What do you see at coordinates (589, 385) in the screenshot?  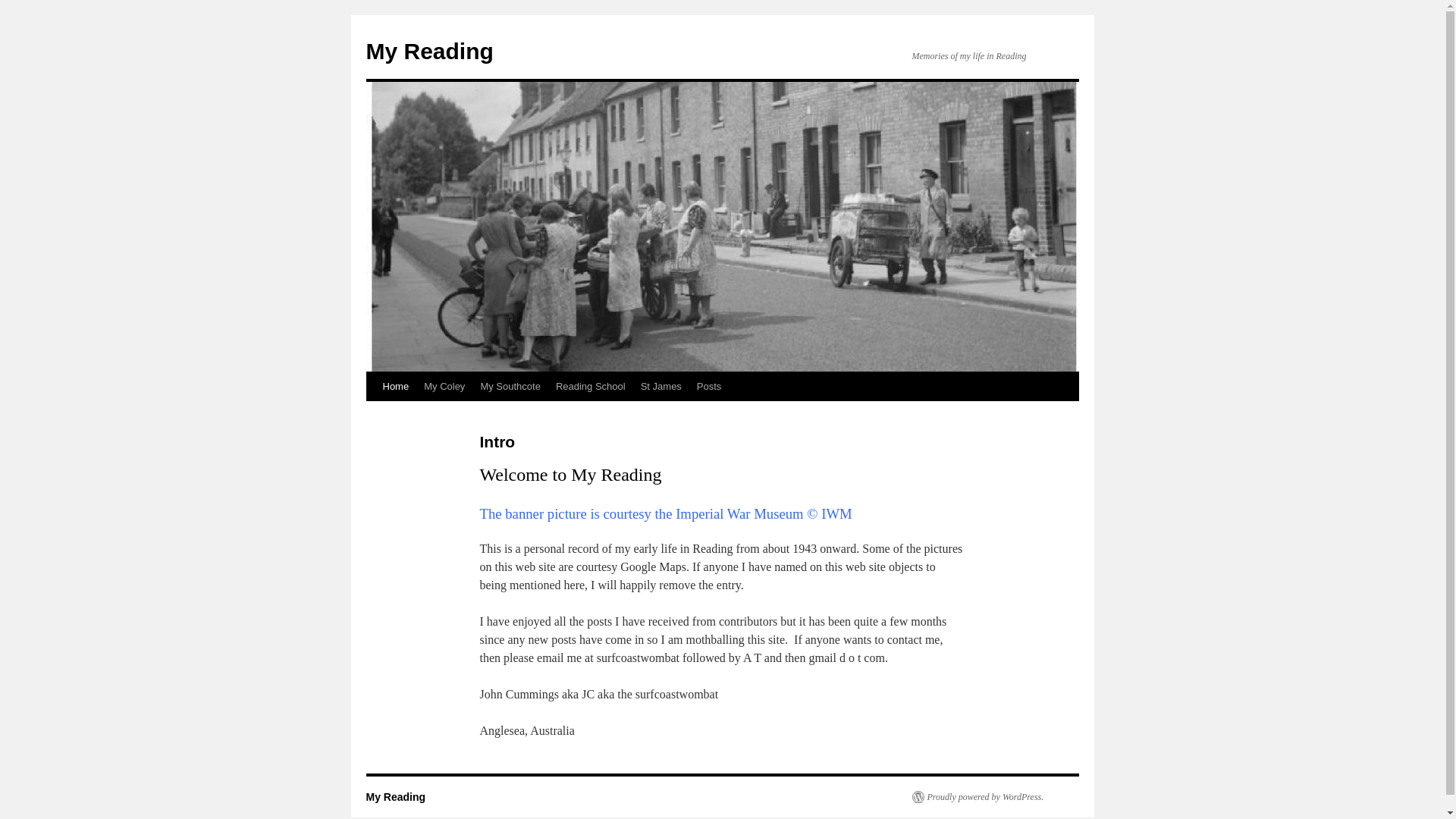 I see `'Reading School'` at bounding box center [589, 385].